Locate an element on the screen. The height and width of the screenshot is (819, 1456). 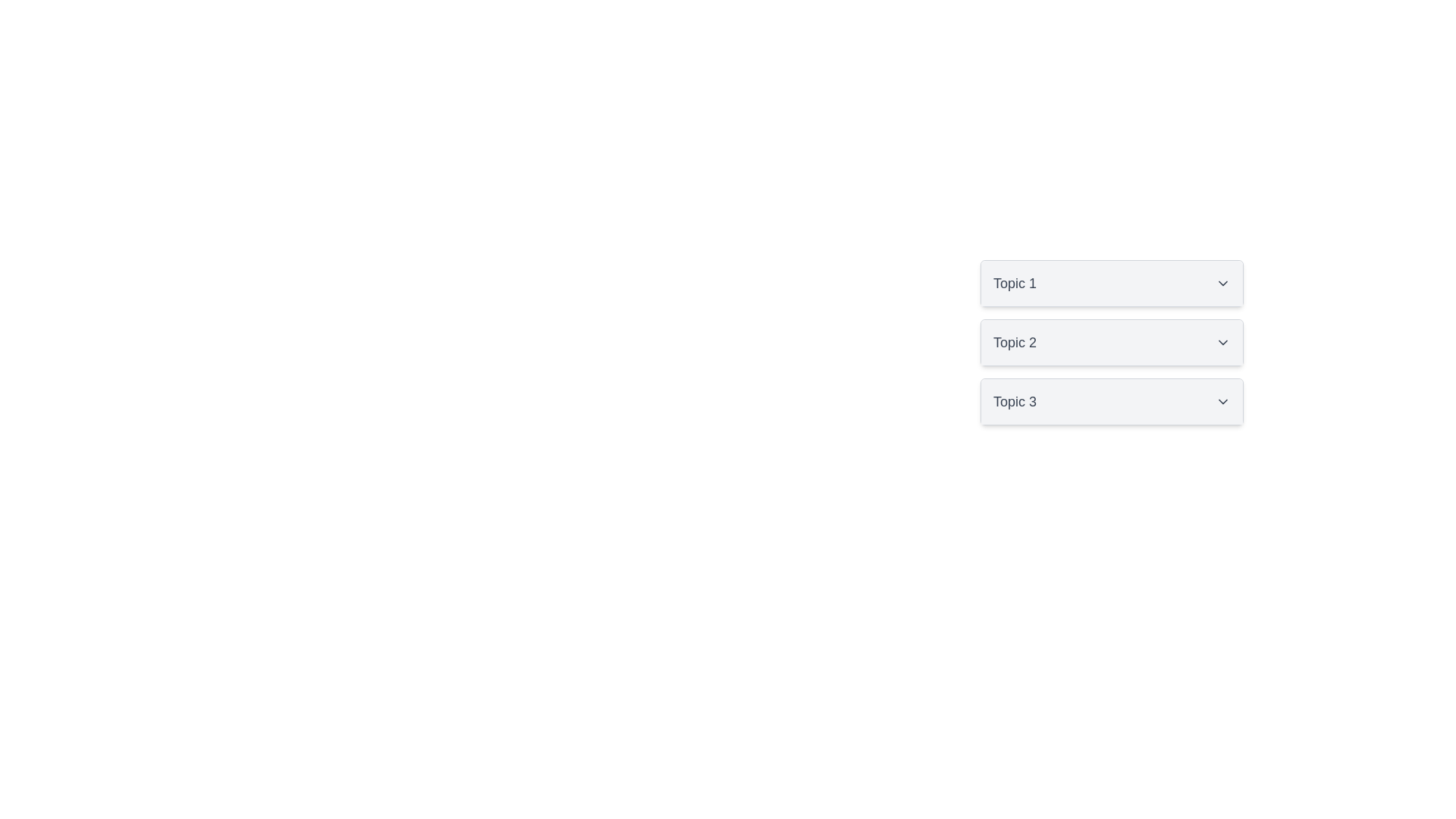
the third button labeled 'Topic 3' is located at coordinates (1112, 400).